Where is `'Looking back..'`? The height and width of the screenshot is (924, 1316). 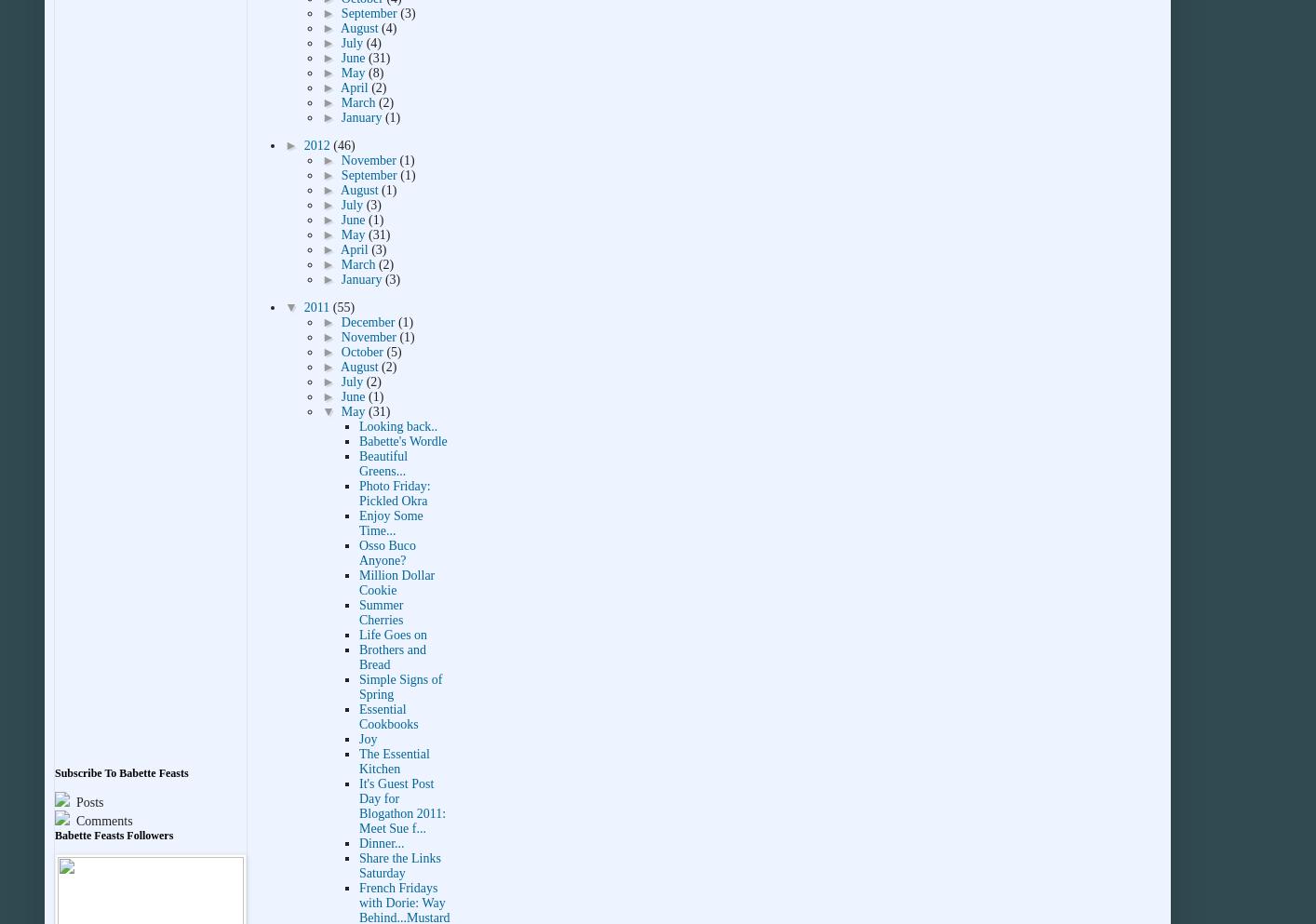 'Looking back..' is located at coordinates (397, 426).